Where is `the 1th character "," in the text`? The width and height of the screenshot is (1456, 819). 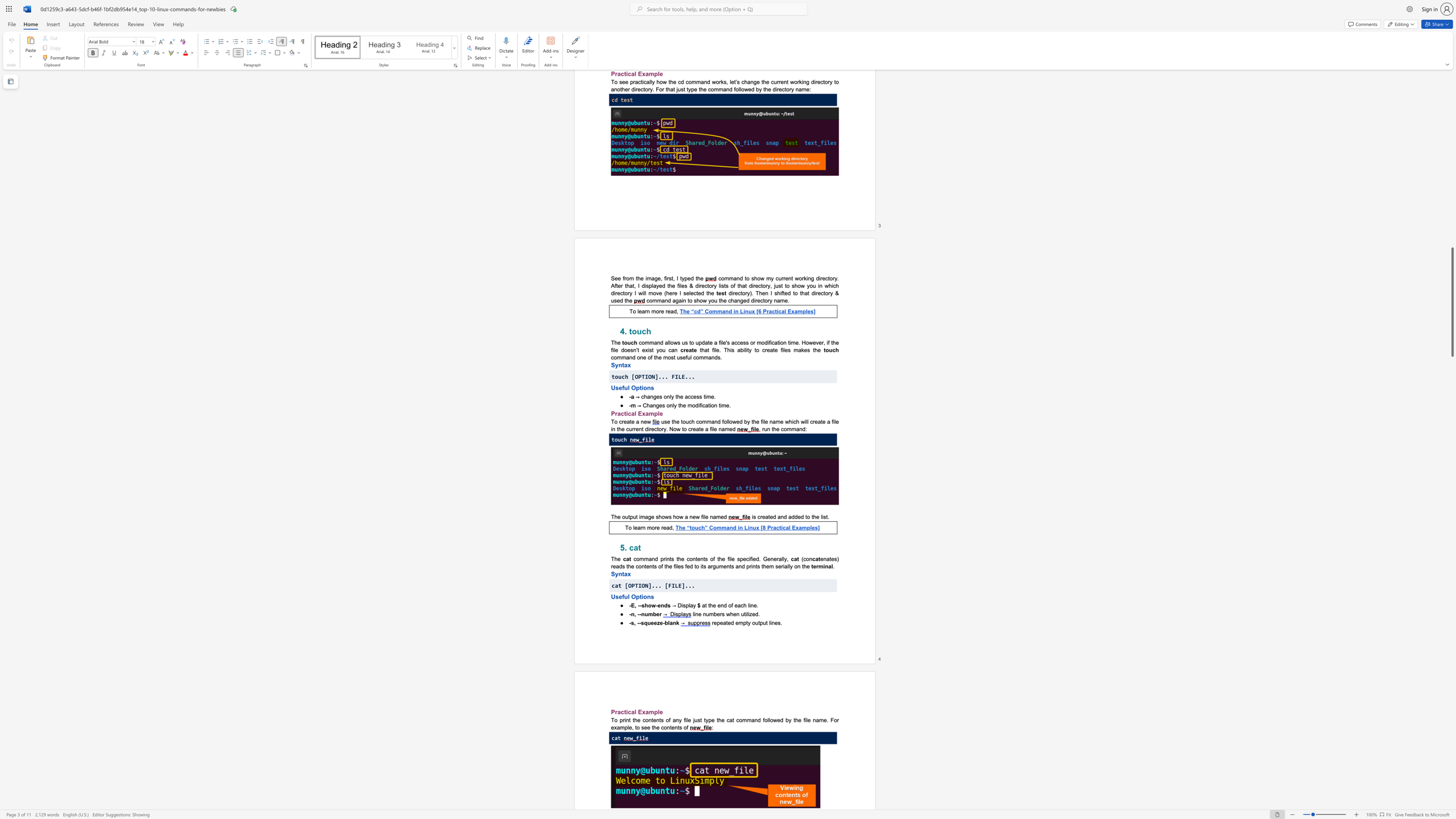
the 1th character "," in the text is located at coordinates (635, 605).